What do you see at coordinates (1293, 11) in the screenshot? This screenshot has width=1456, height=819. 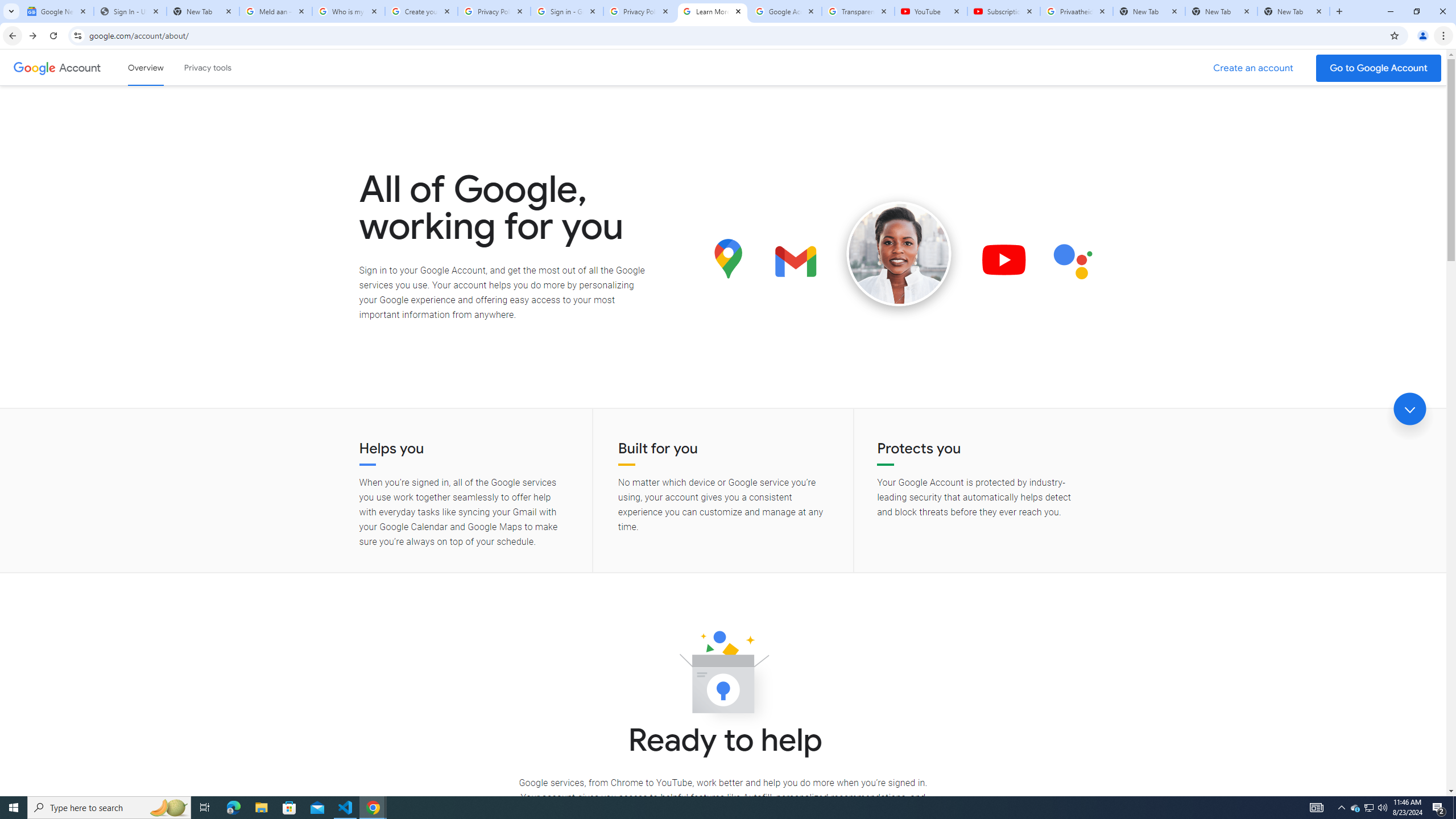 I see `'New Tab'` at bounding box center [1293, 11].